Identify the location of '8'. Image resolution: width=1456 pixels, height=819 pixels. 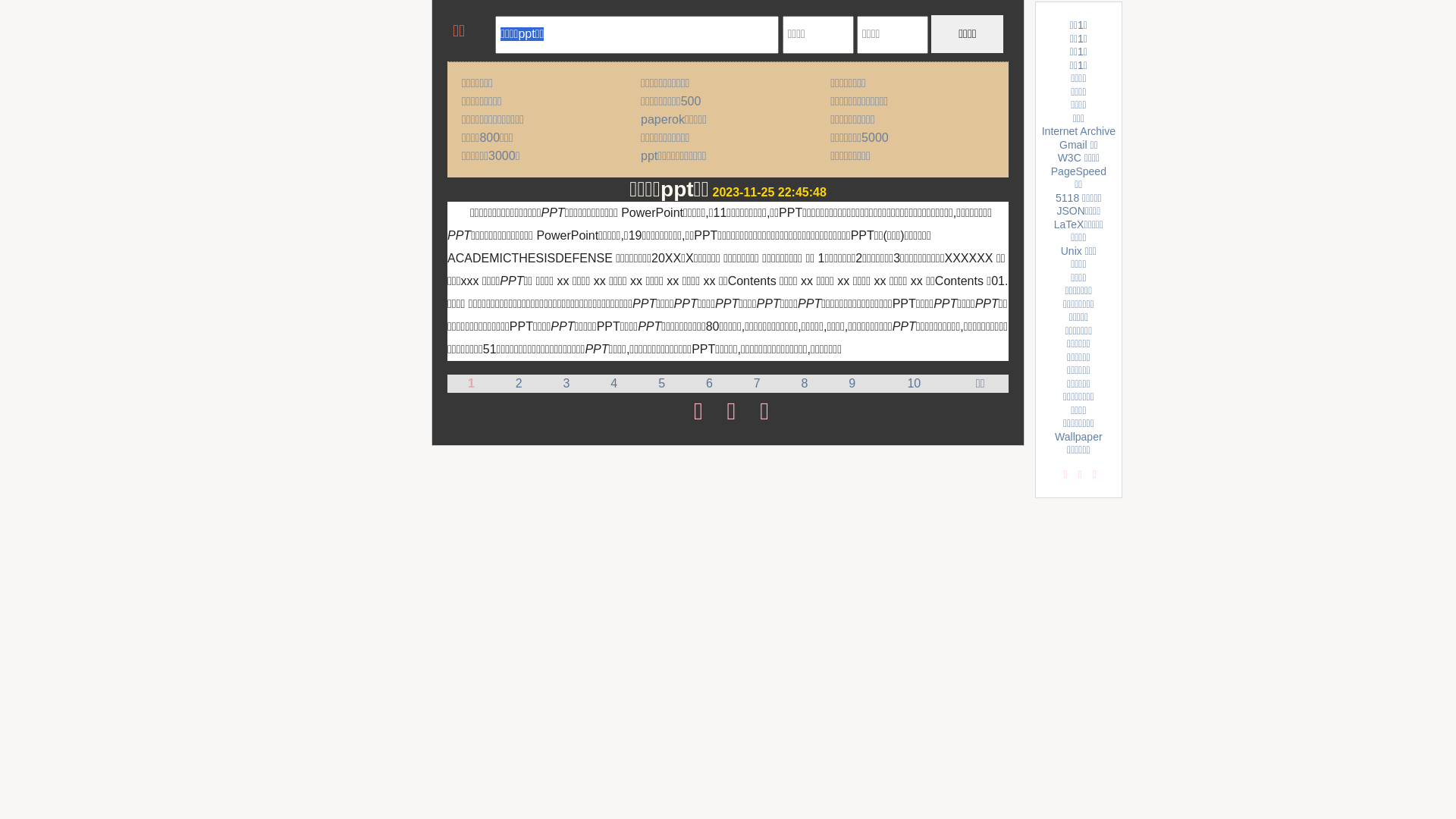
(800, 382).